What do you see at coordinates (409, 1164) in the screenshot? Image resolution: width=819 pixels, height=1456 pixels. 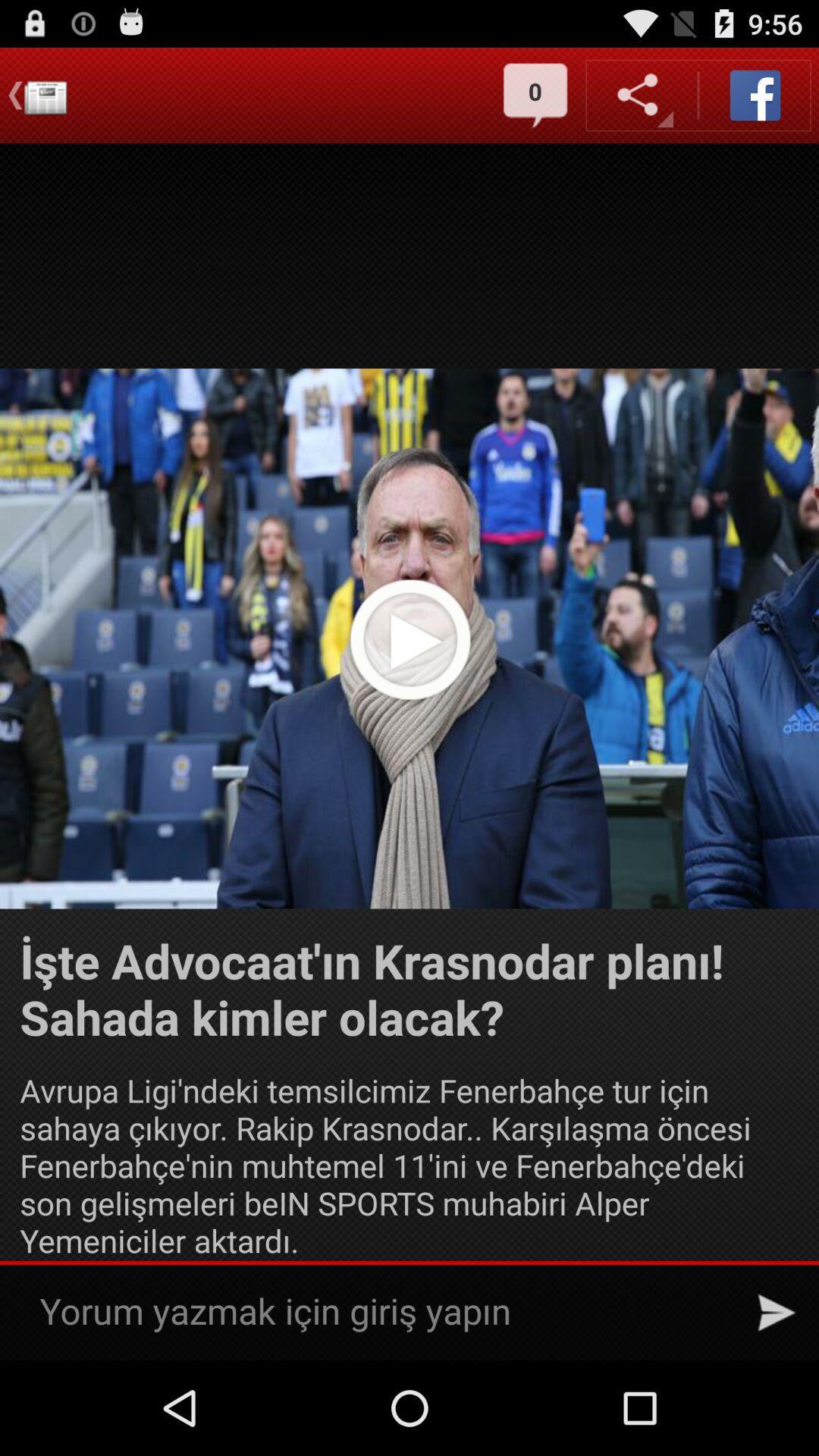 I see `the avrupa ligi ndeki item` at bounding box center [409, 1164].